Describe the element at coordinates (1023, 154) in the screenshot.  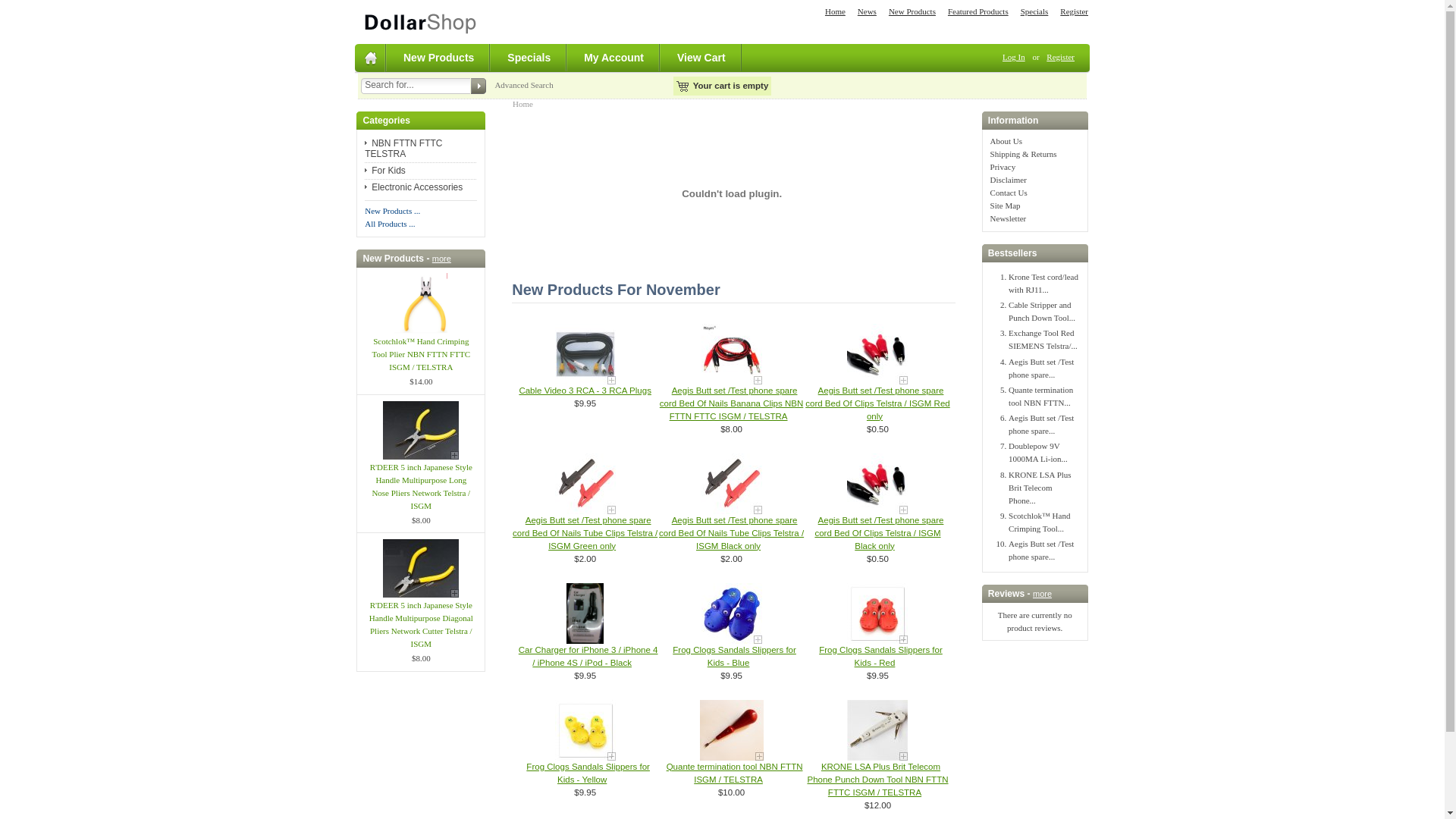
I see `'Shipping & Returns'` at that location.